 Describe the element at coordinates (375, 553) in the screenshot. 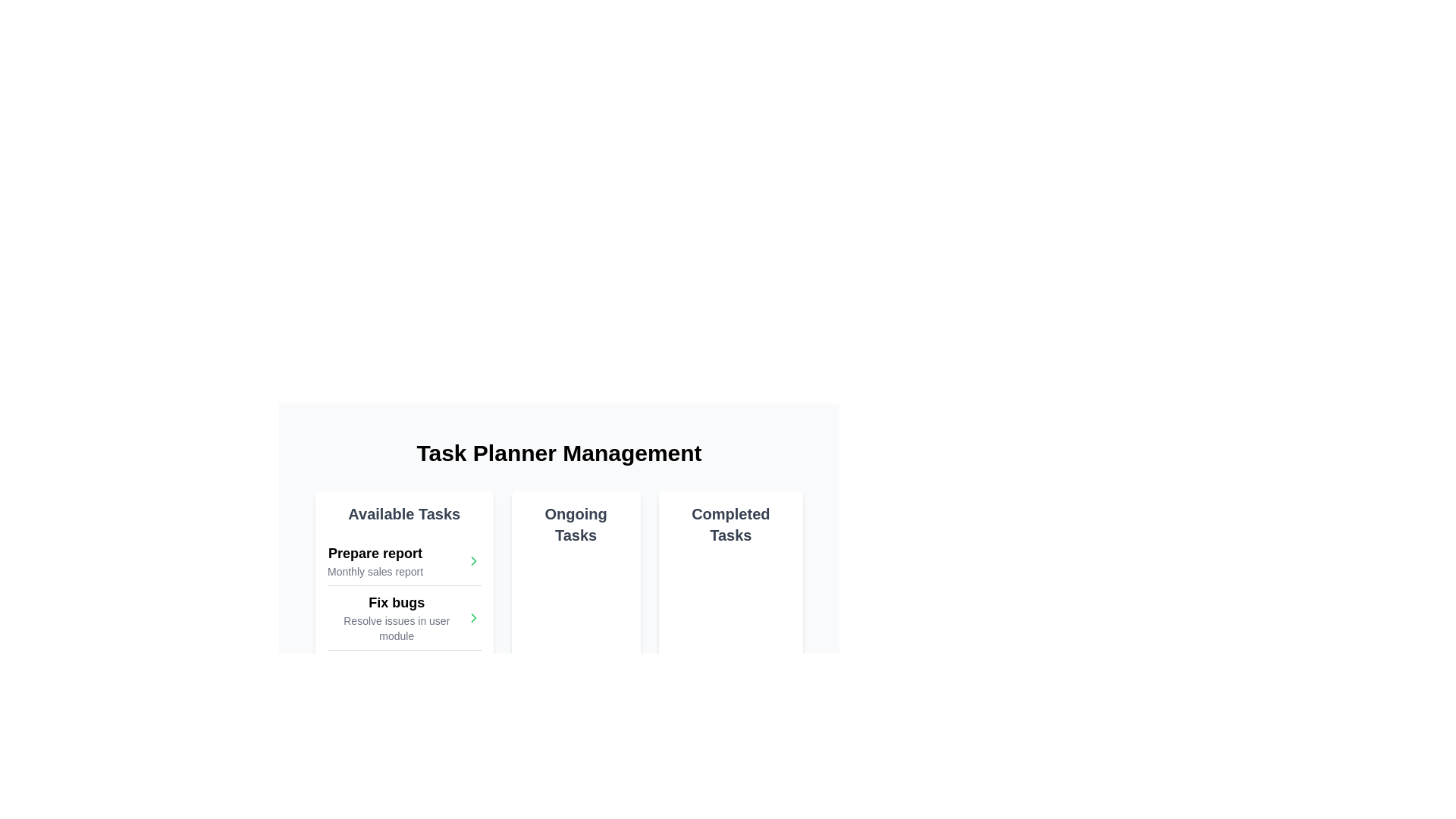

I see `the 'Prepare report' text label, which serves as the title for the task within the 'Available Tasks' section, located at the top of the section and above the 'Monthly sales report' description` at that location.